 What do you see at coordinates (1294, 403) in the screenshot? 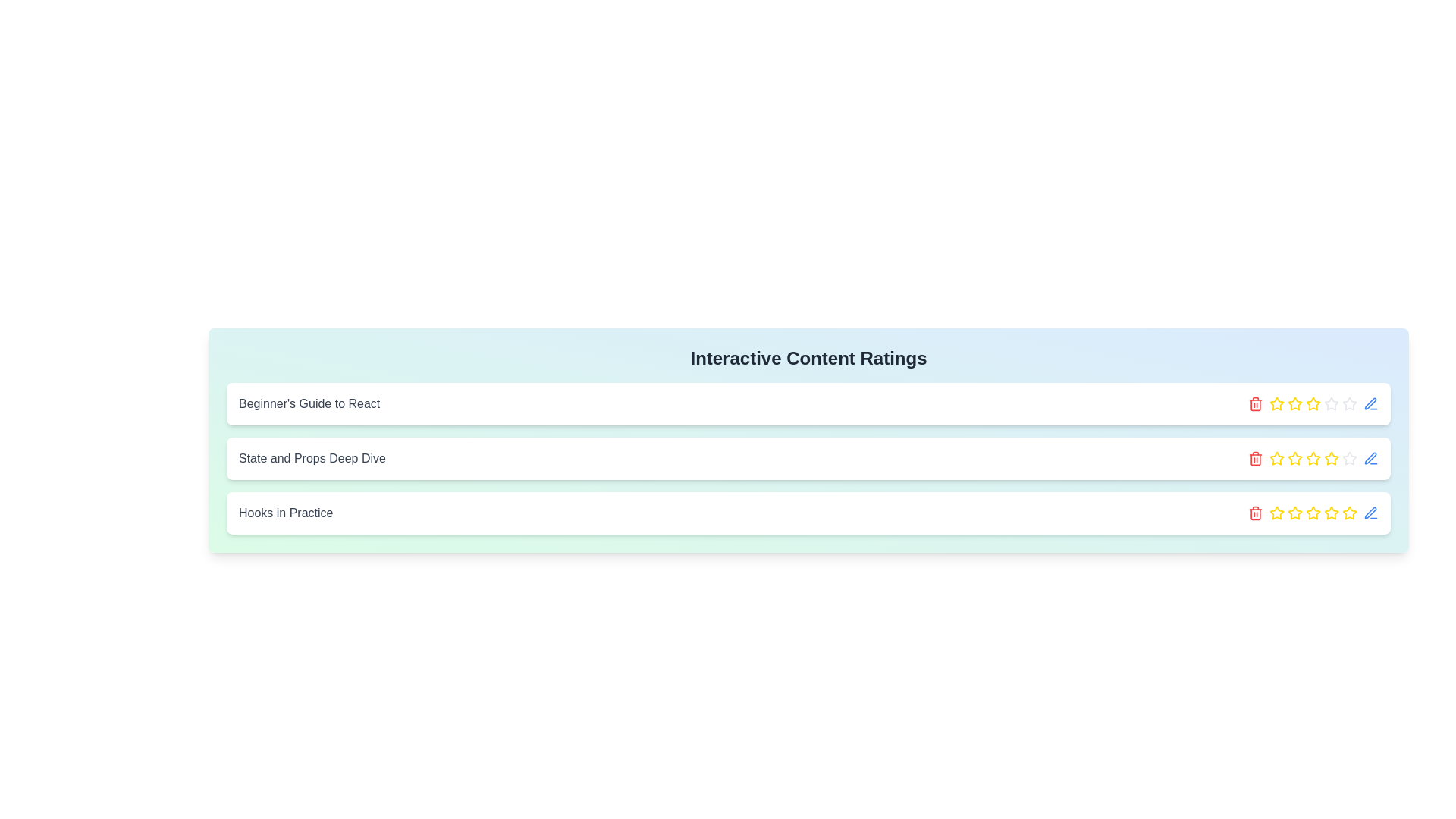
I see `the second yellow star icon in the rating system` at bounding box center [1294, 403].